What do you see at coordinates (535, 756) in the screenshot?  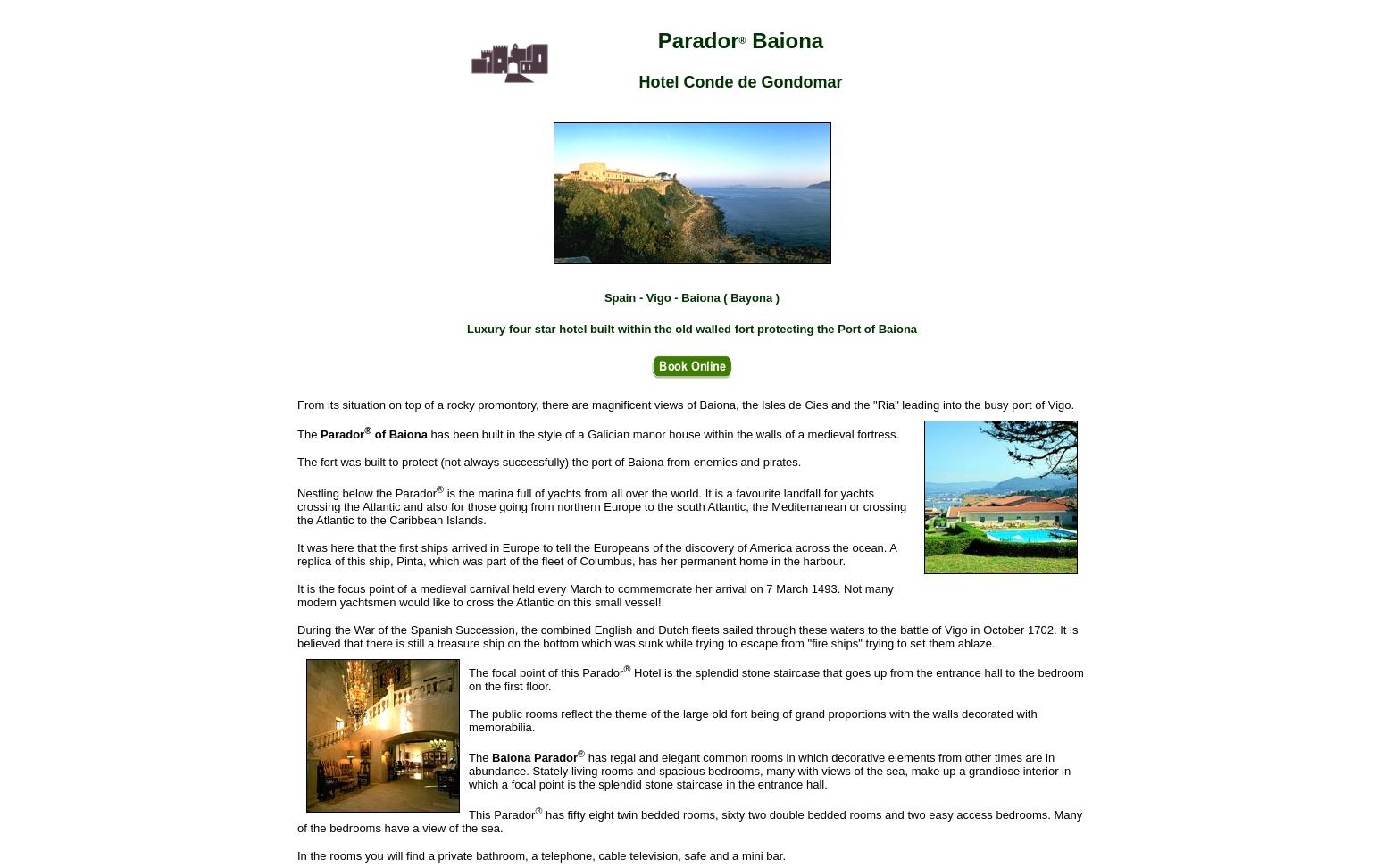 I see `'Baiona Parador'` at bounding box center [535, 756].